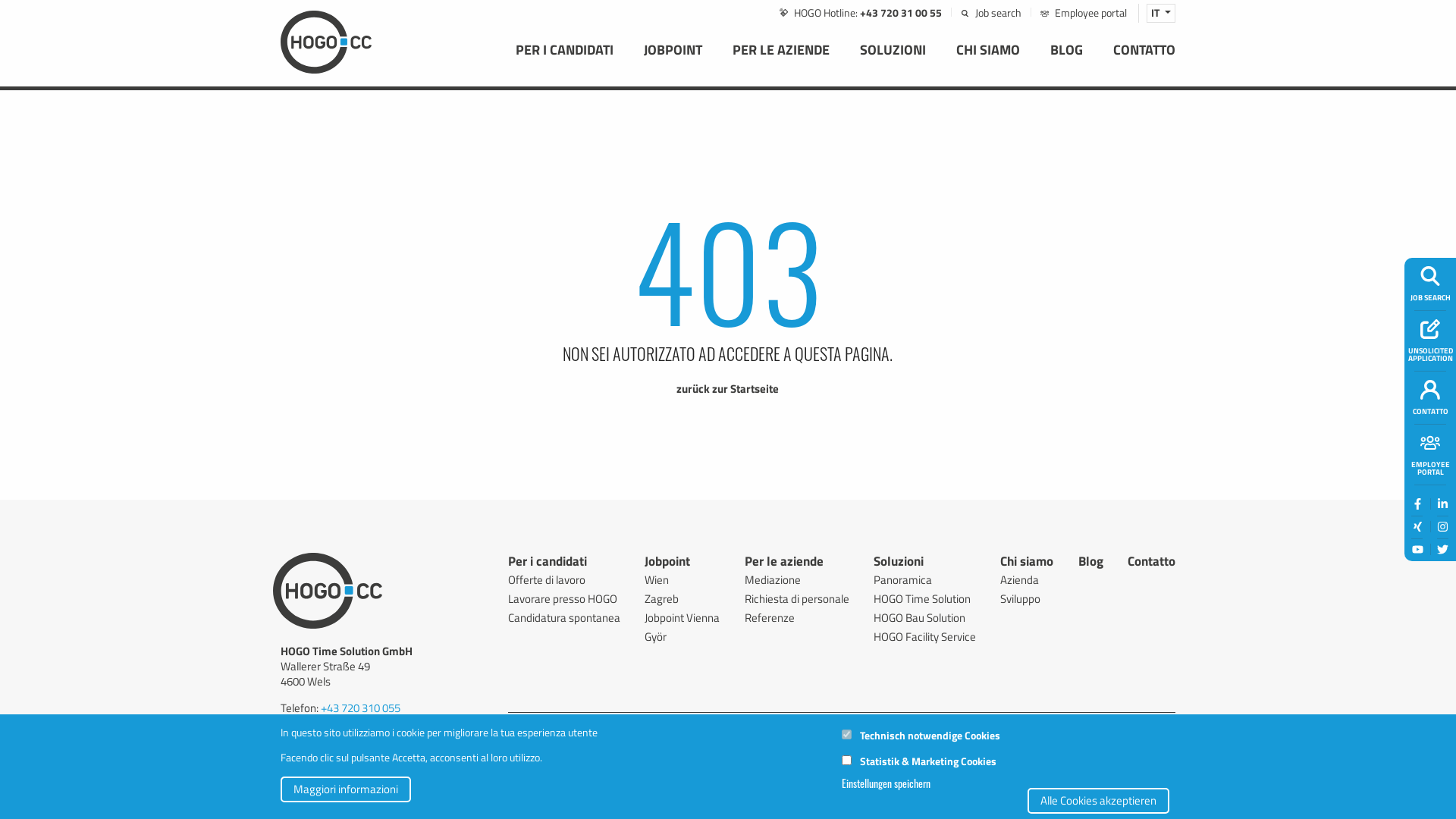 This screenshot has width=1456, height=819. Describe the element at coordinates (563, 598) in the screenshot. I see `'Lavorare presso HOGO'` at that location.